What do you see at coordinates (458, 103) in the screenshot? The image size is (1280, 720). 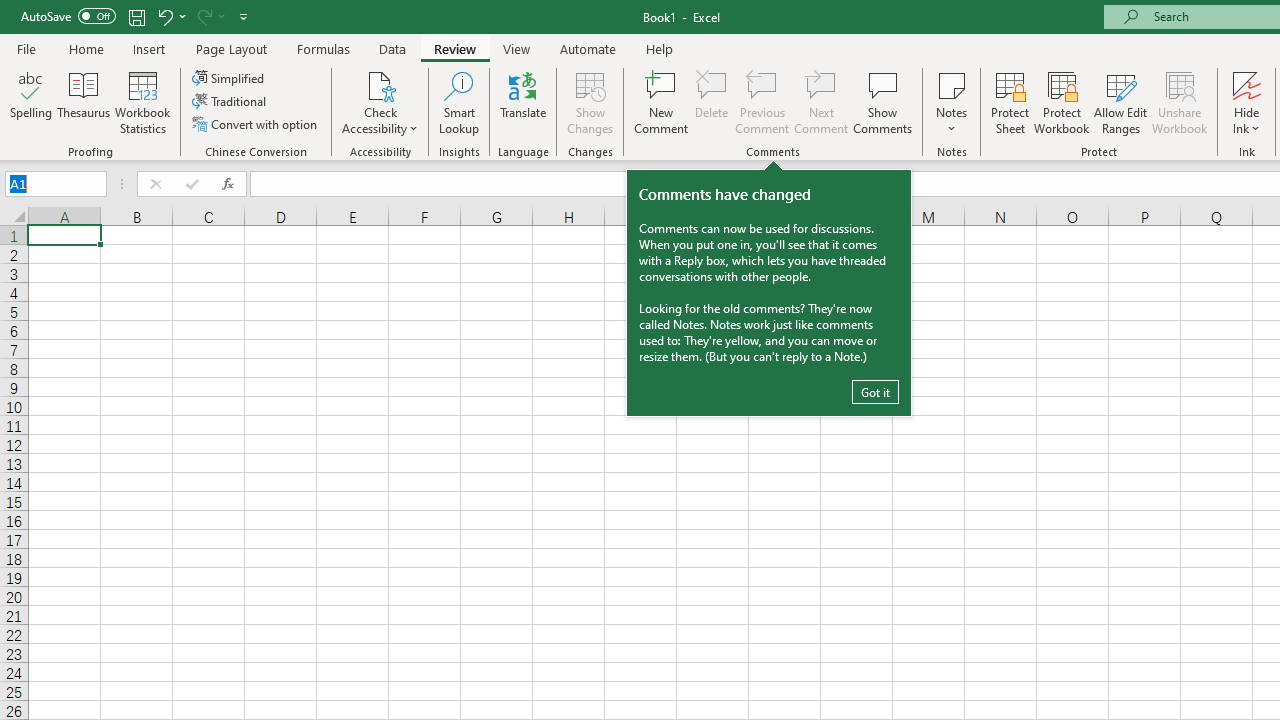 I see `'Smart Lookup'` at bounding box center [458, 103].